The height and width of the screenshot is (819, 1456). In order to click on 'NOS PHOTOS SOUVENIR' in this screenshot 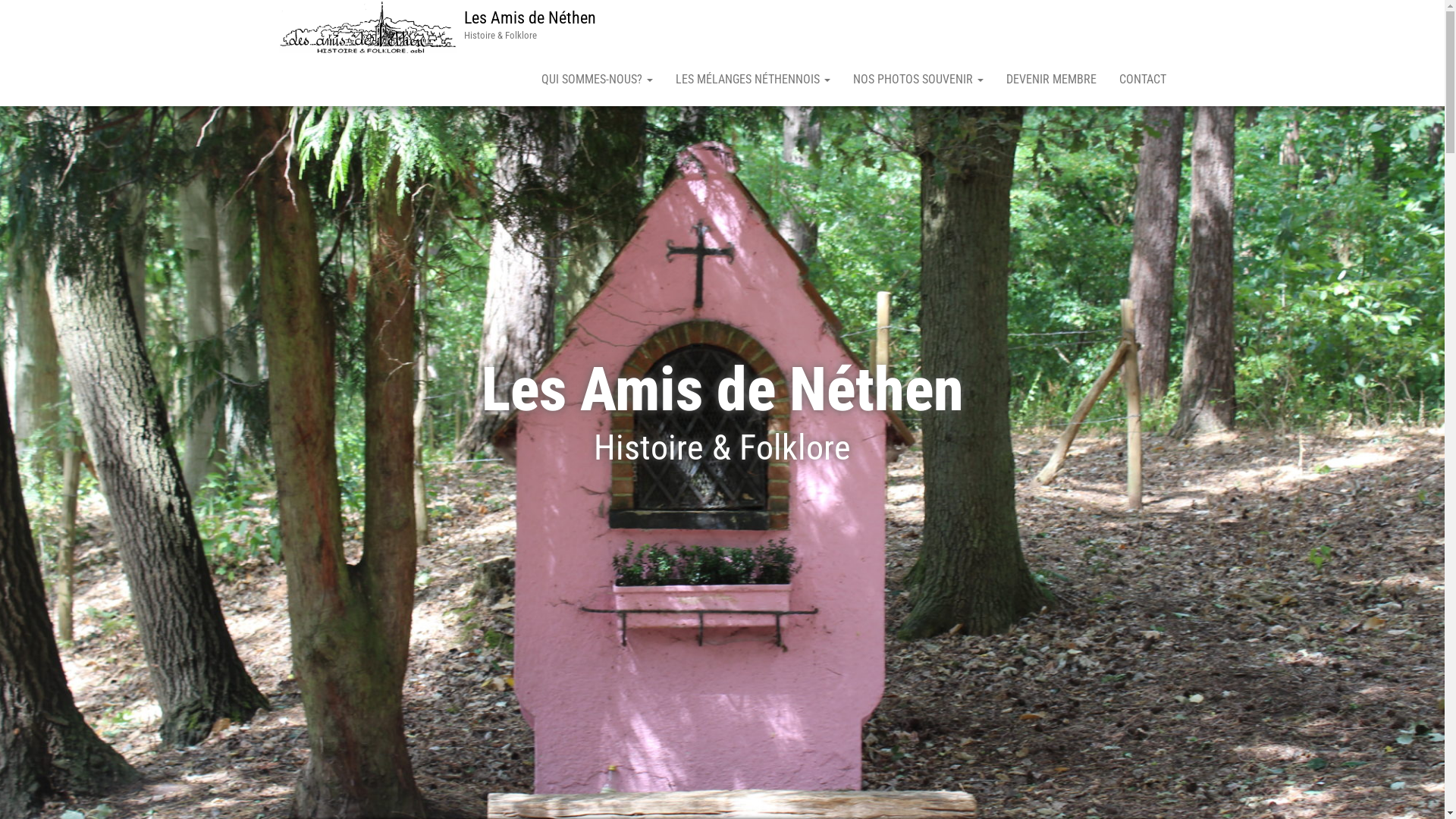, I will do `click(840, 79)`.